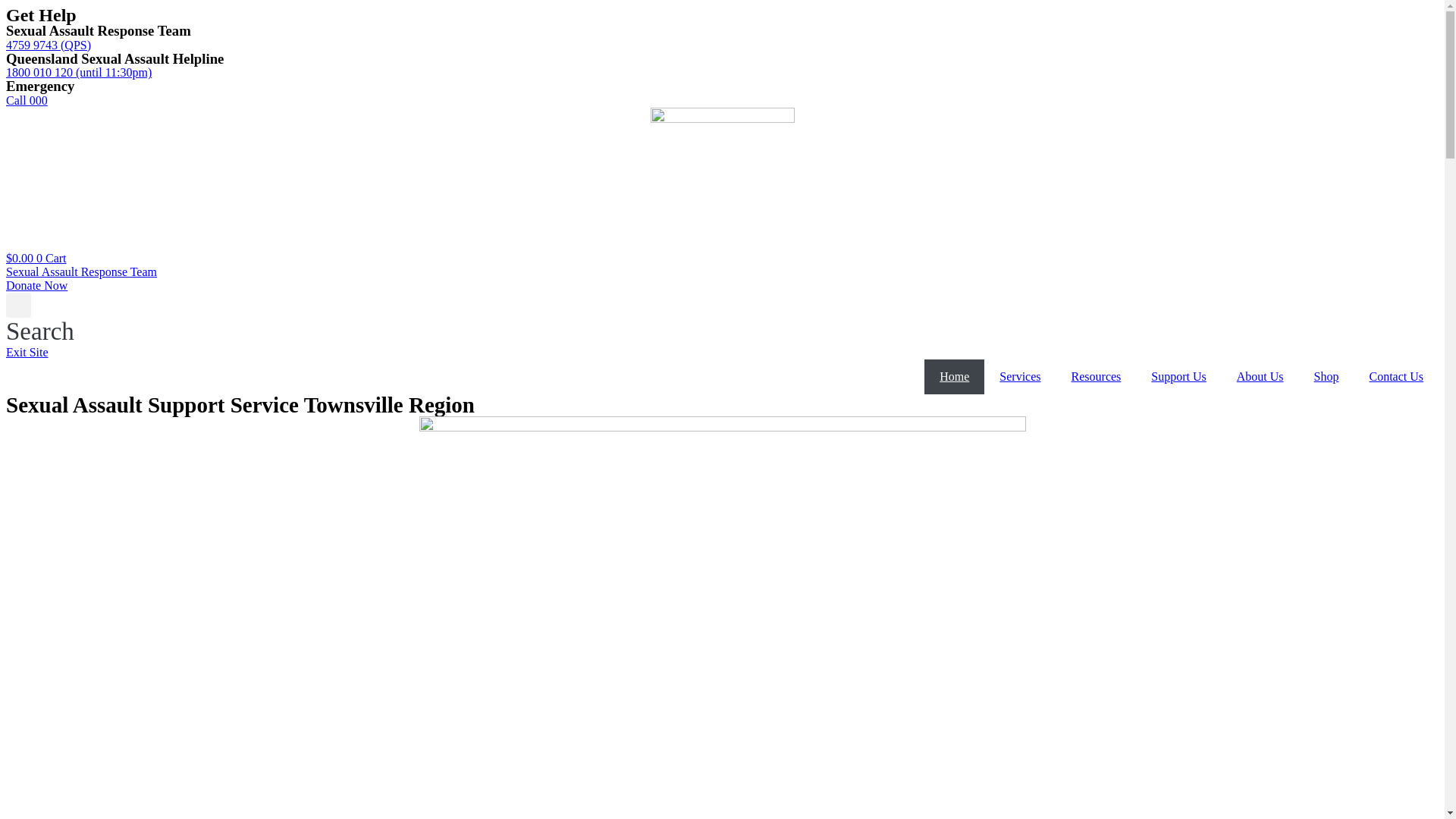 Image resolution: width=1456 pixels, height=819 pixels. I want to click on '$0.00 0 Cart', so click(6, 257).